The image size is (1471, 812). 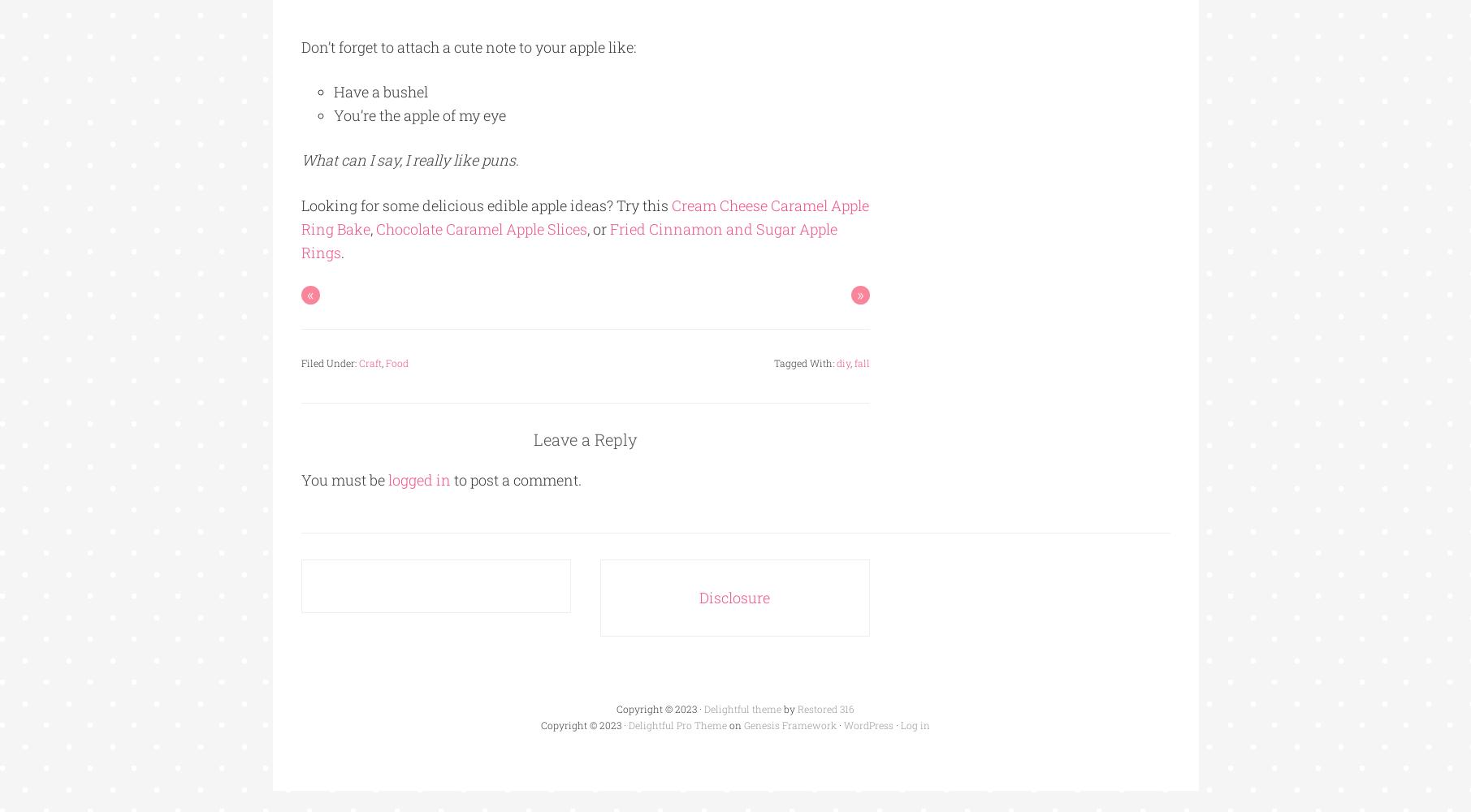 I want to click on 'Log in', so click(x=900, y=724).